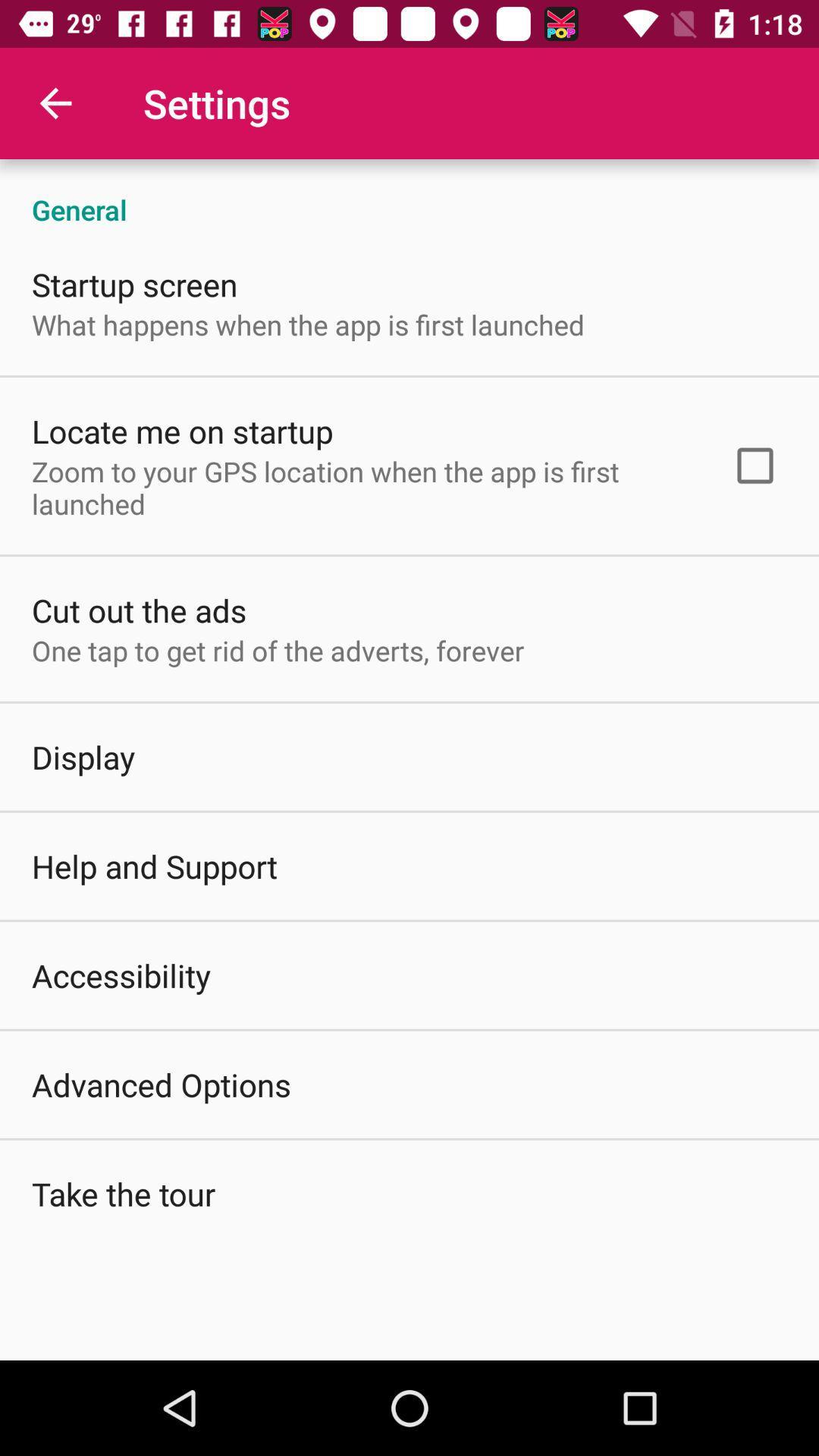  Describe the element at coordinates (409, 193) in the screenshot. I see `the icon above startup screen` at that location.